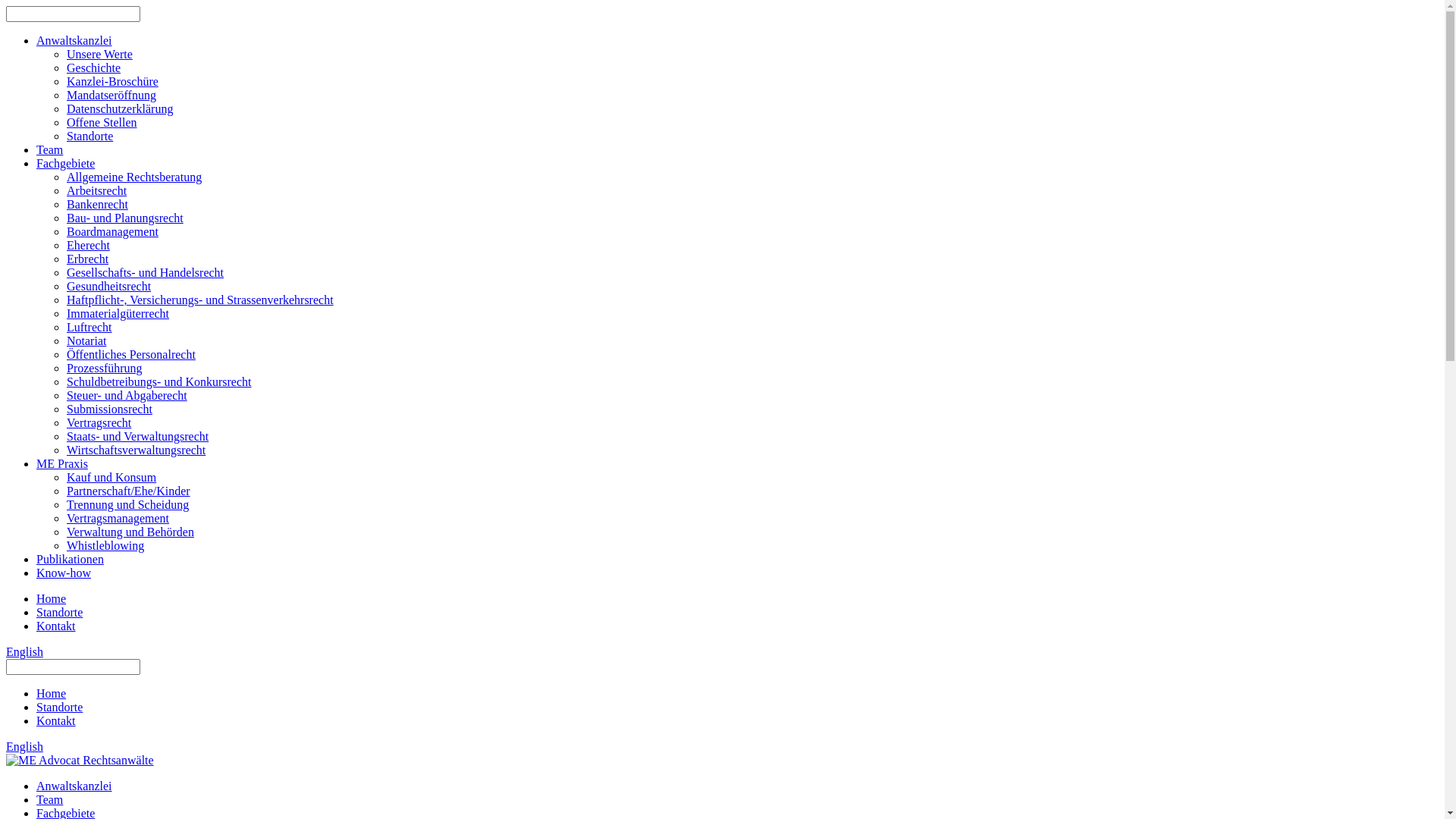 The image size is (1456, 819). What do you see at coordinates (73, 39) in the screenshot?
I see `'Anwaltskanzlei'` at bounding box center [73, 39].